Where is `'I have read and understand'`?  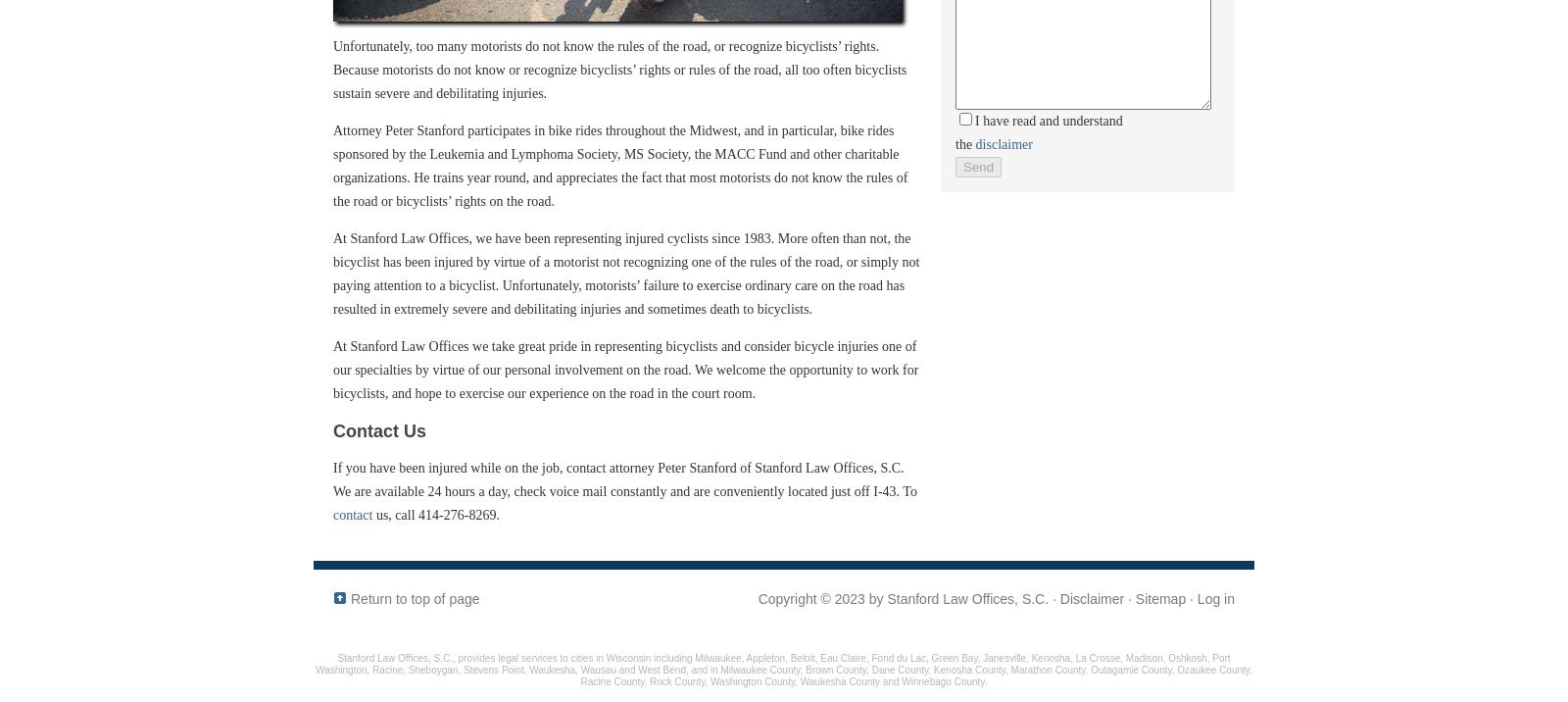
'I have read and understand' is located at coordinates (1048, 121).